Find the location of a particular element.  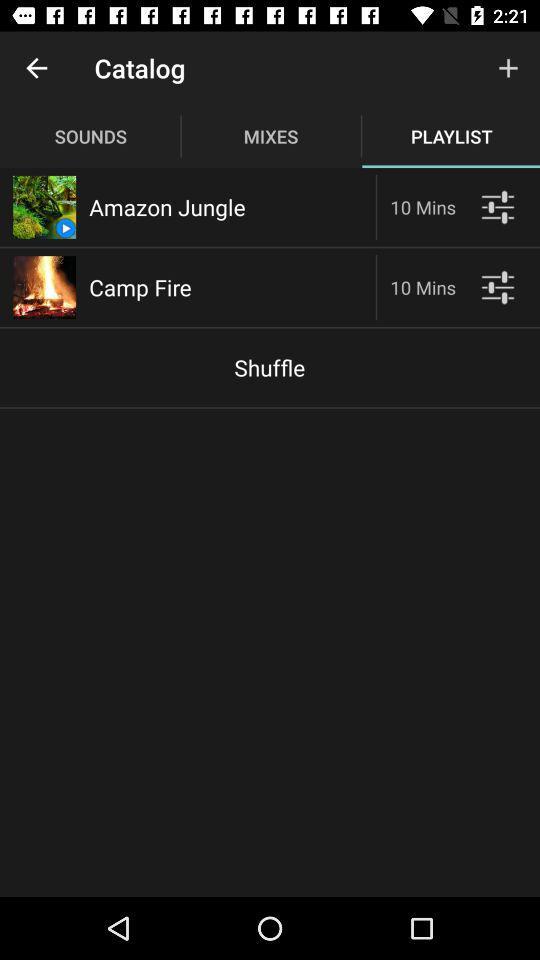

modify settings is located at coordinates (496, 286).